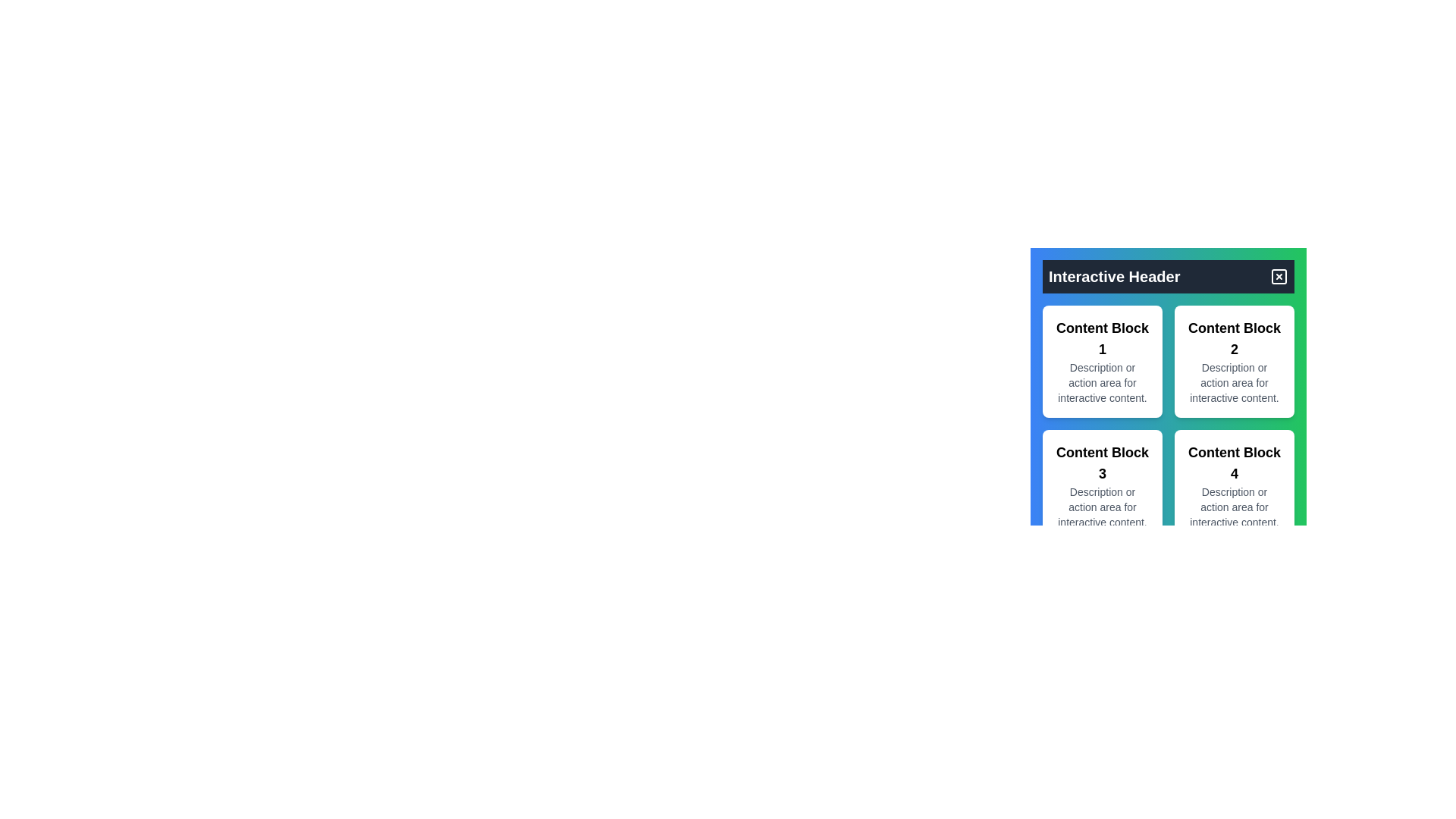 This screenshot has width=1456, height=819. What do you see at coordinates (1103, 382) in the screenshot?
I see `descriptive text block located under the heading 'Content Block 1' within the white card` at bounding box center [1103, 382].